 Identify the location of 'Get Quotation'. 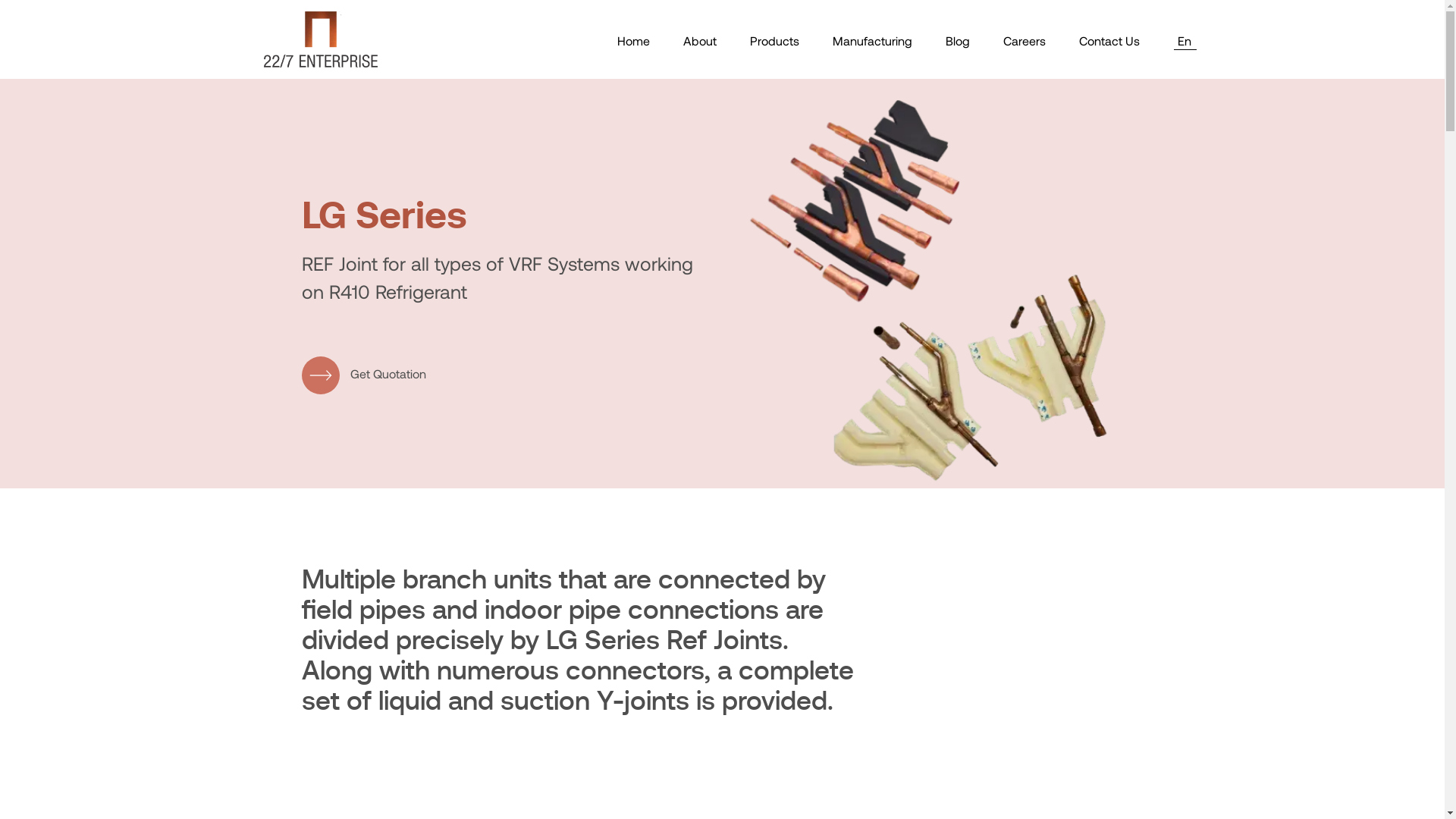
(364, 373).